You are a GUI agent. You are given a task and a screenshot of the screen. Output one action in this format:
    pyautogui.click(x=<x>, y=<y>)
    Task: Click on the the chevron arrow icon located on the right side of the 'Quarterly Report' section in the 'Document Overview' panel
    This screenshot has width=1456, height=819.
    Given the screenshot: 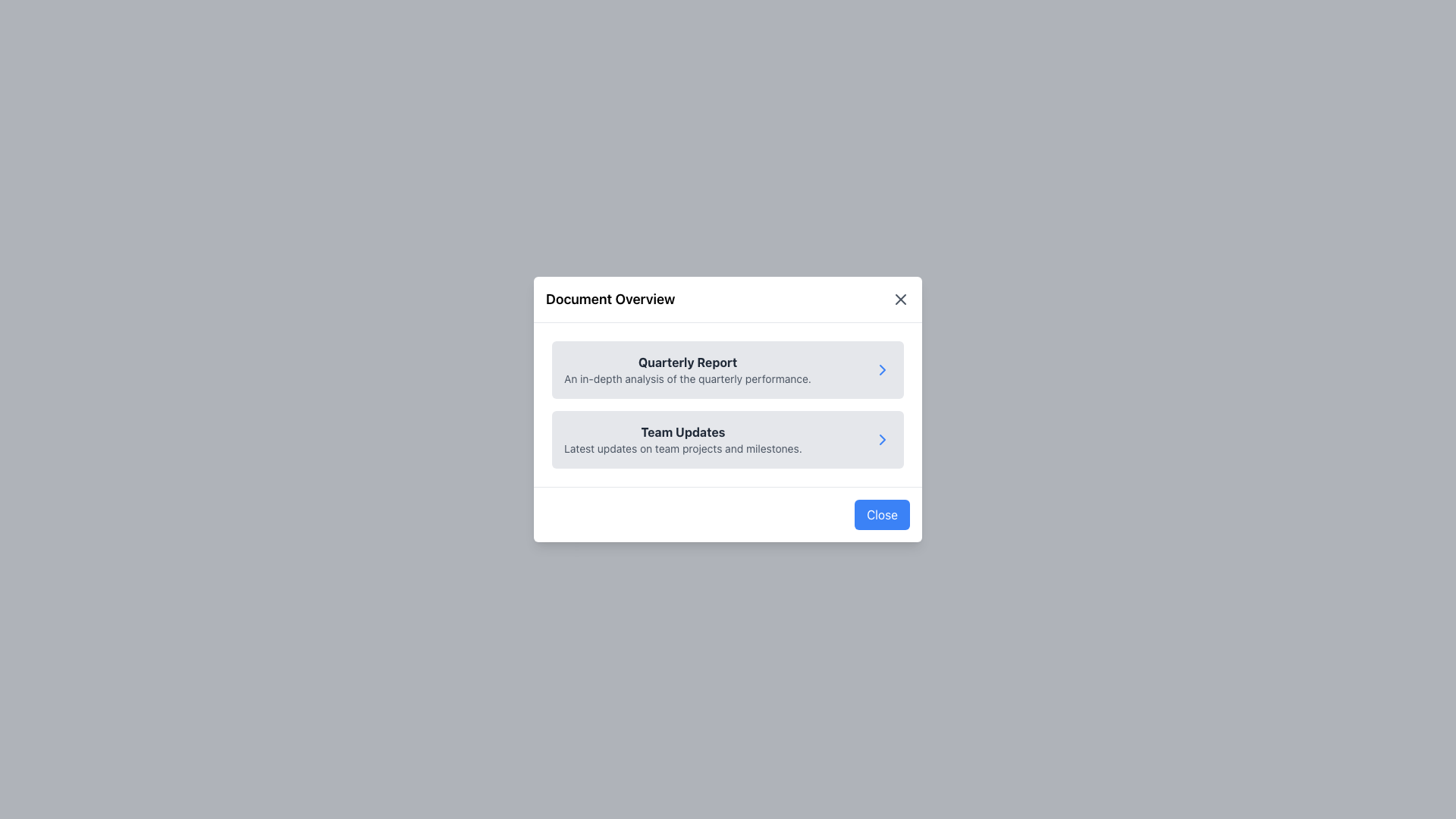 What is the action you would take?
    pyautogui.click(x=882, y=370)
    